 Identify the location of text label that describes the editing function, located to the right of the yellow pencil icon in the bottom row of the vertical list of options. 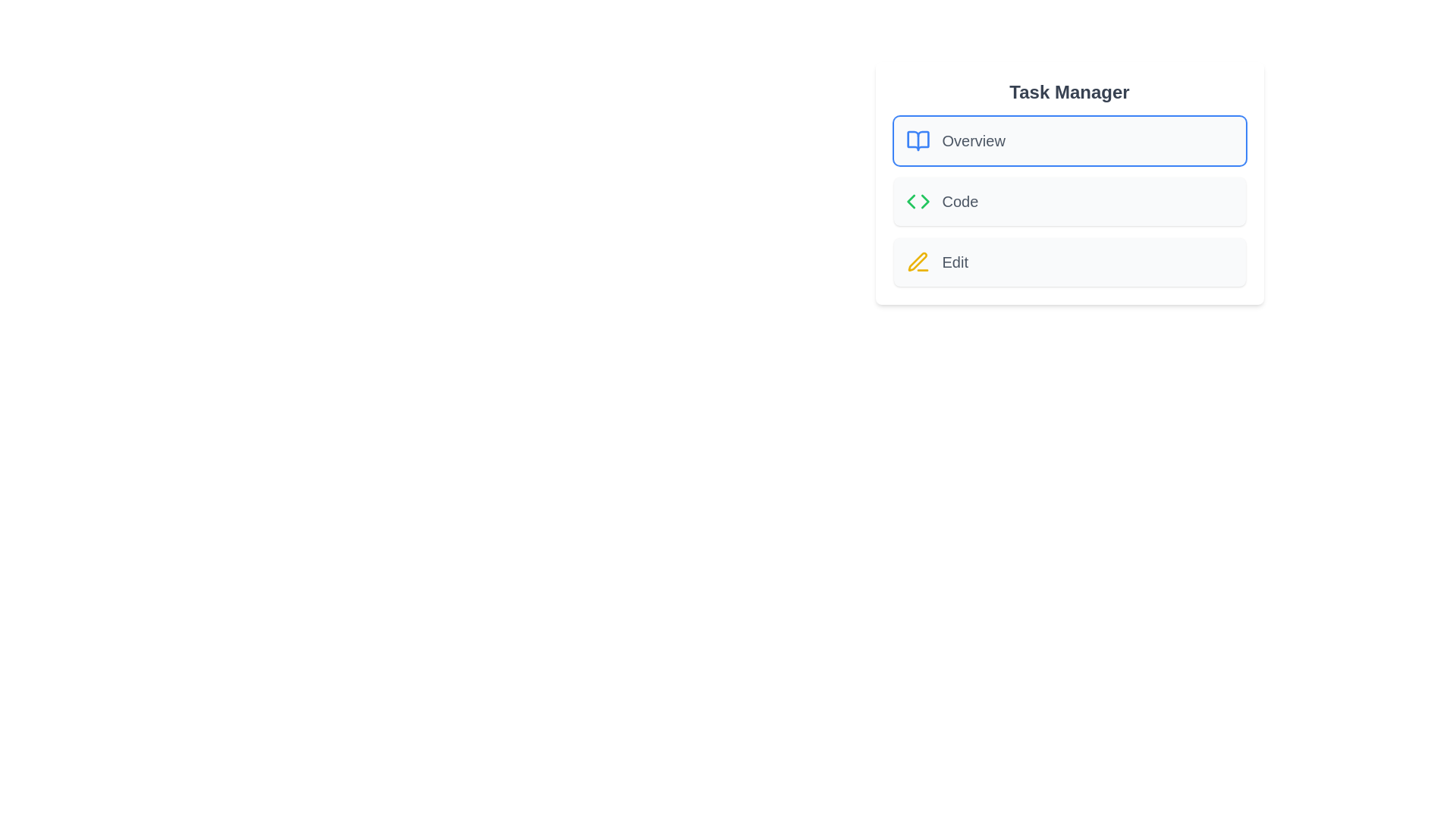
(954, 262).